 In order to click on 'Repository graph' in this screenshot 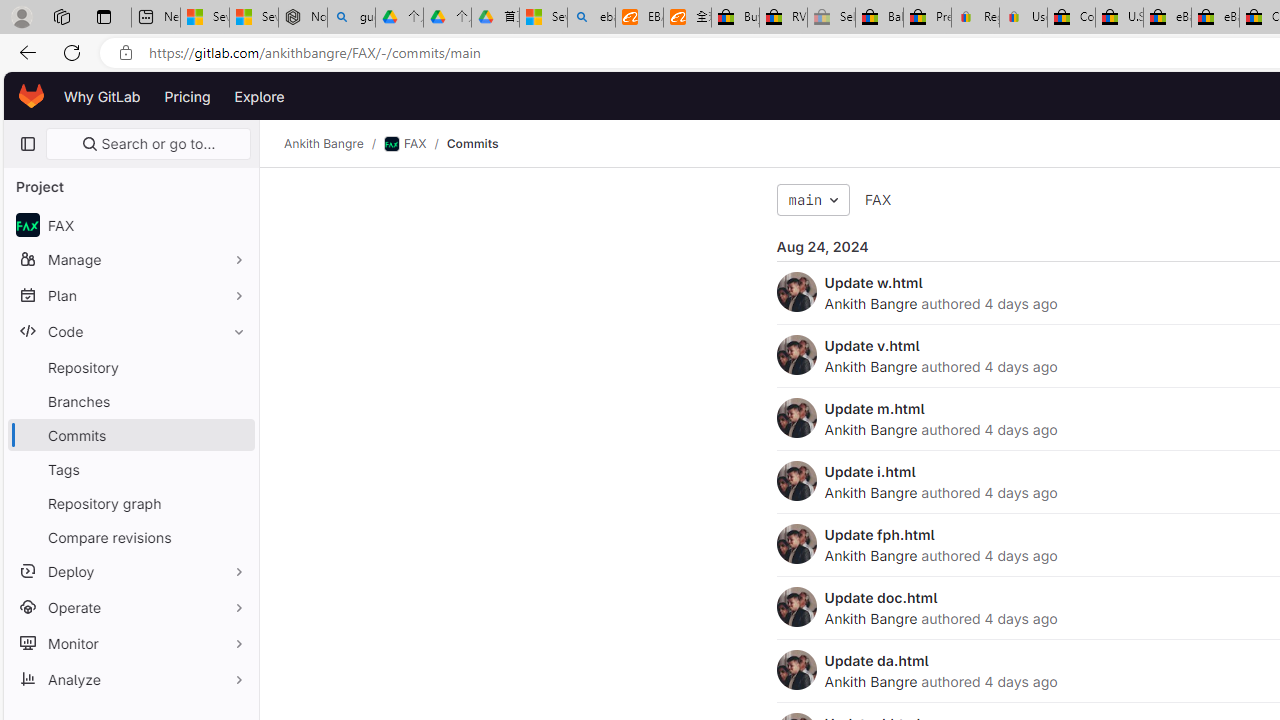, I will do `click(130, 501)`.